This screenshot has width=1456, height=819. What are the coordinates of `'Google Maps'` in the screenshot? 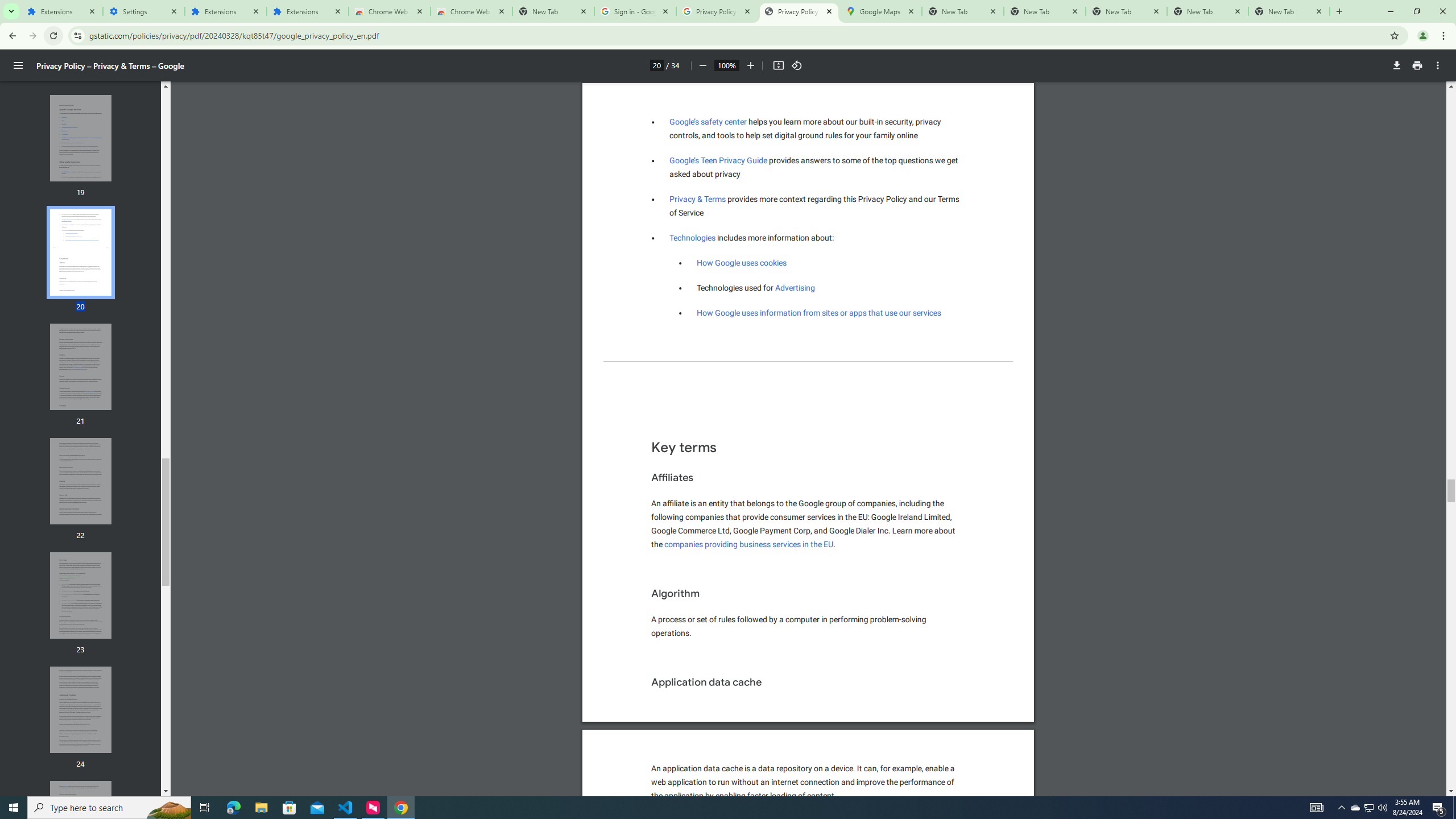 It's located at (880, 11).